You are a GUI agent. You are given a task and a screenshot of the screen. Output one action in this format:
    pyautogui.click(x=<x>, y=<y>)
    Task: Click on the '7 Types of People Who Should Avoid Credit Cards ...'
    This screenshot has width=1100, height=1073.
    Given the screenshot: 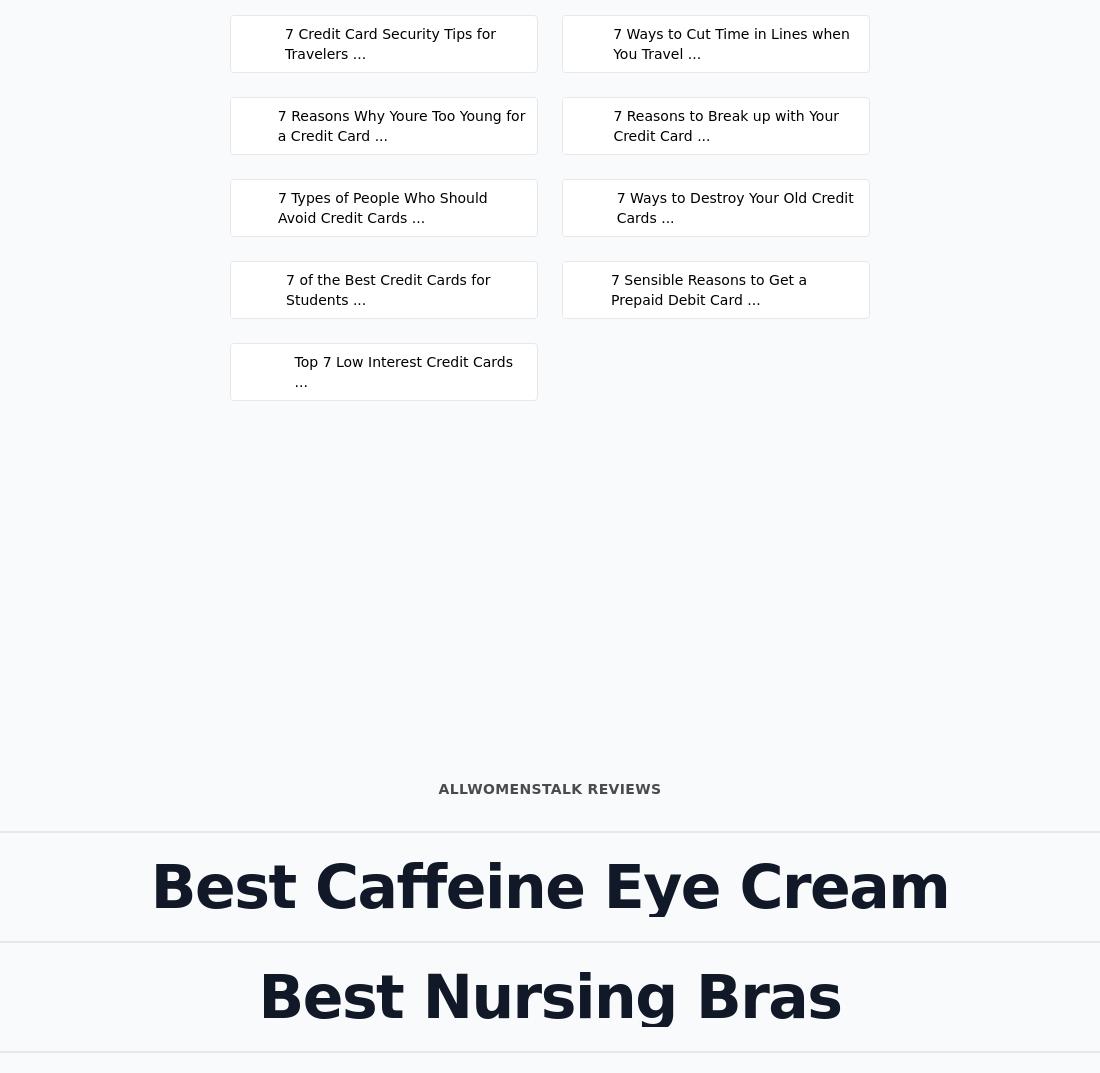 What is the action you would take?
    pyautogui.click(x=275, y=207)
    